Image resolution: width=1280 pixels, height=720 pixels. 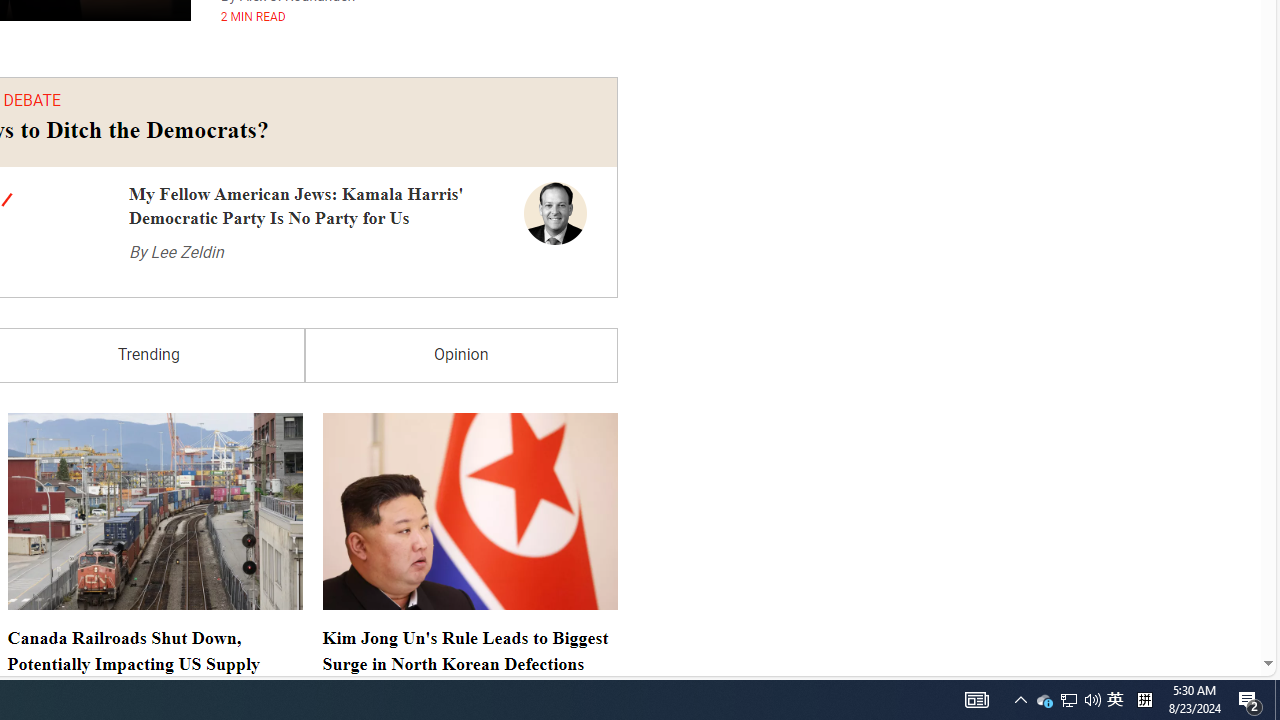 What do you see at coordinates (176, 251) in the screenshot?
I see `'By Lee Zeldin'` at bounding box center [176, 251].